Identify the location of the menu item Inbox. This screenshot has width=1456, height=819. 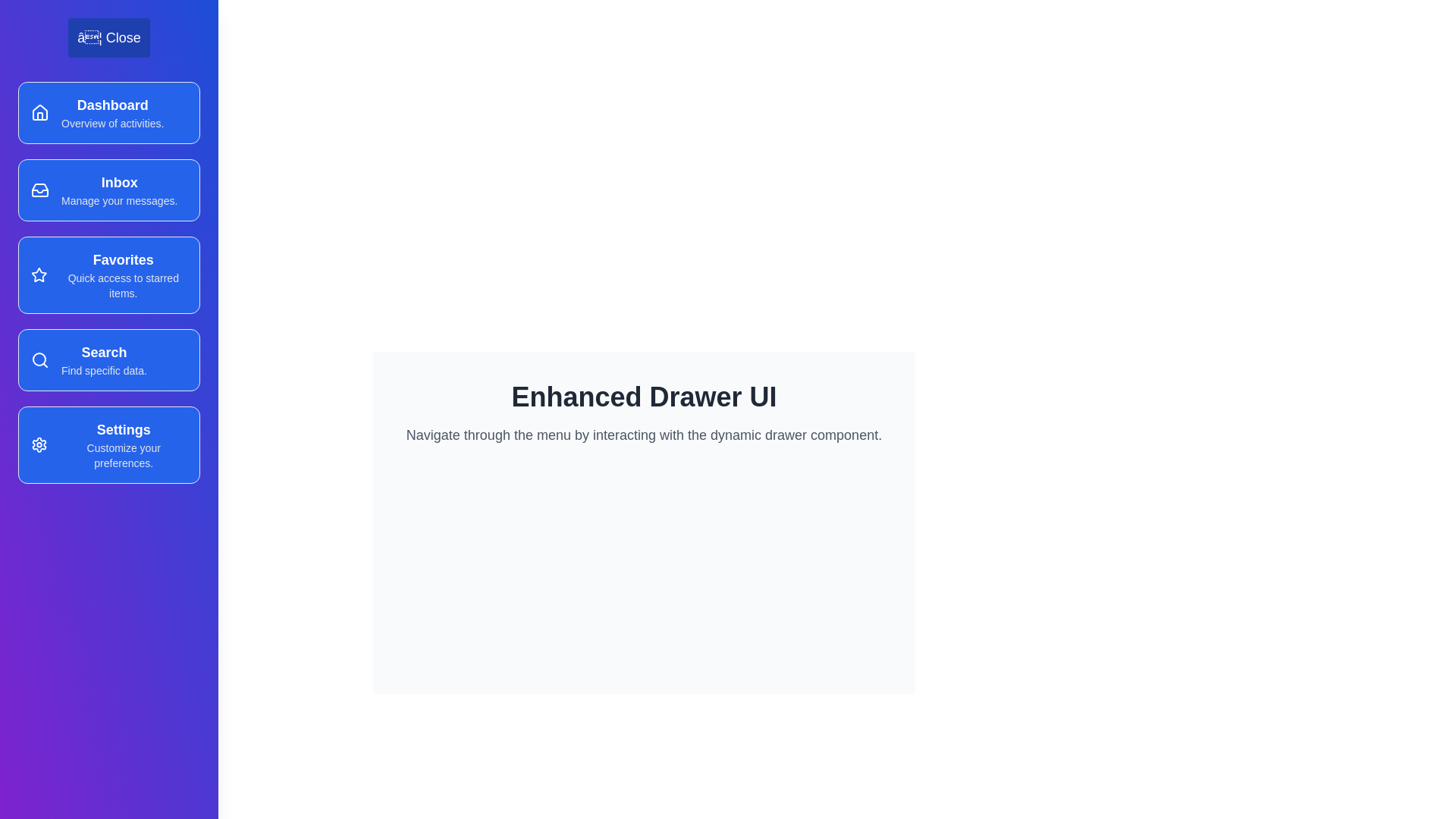
(108, 189).